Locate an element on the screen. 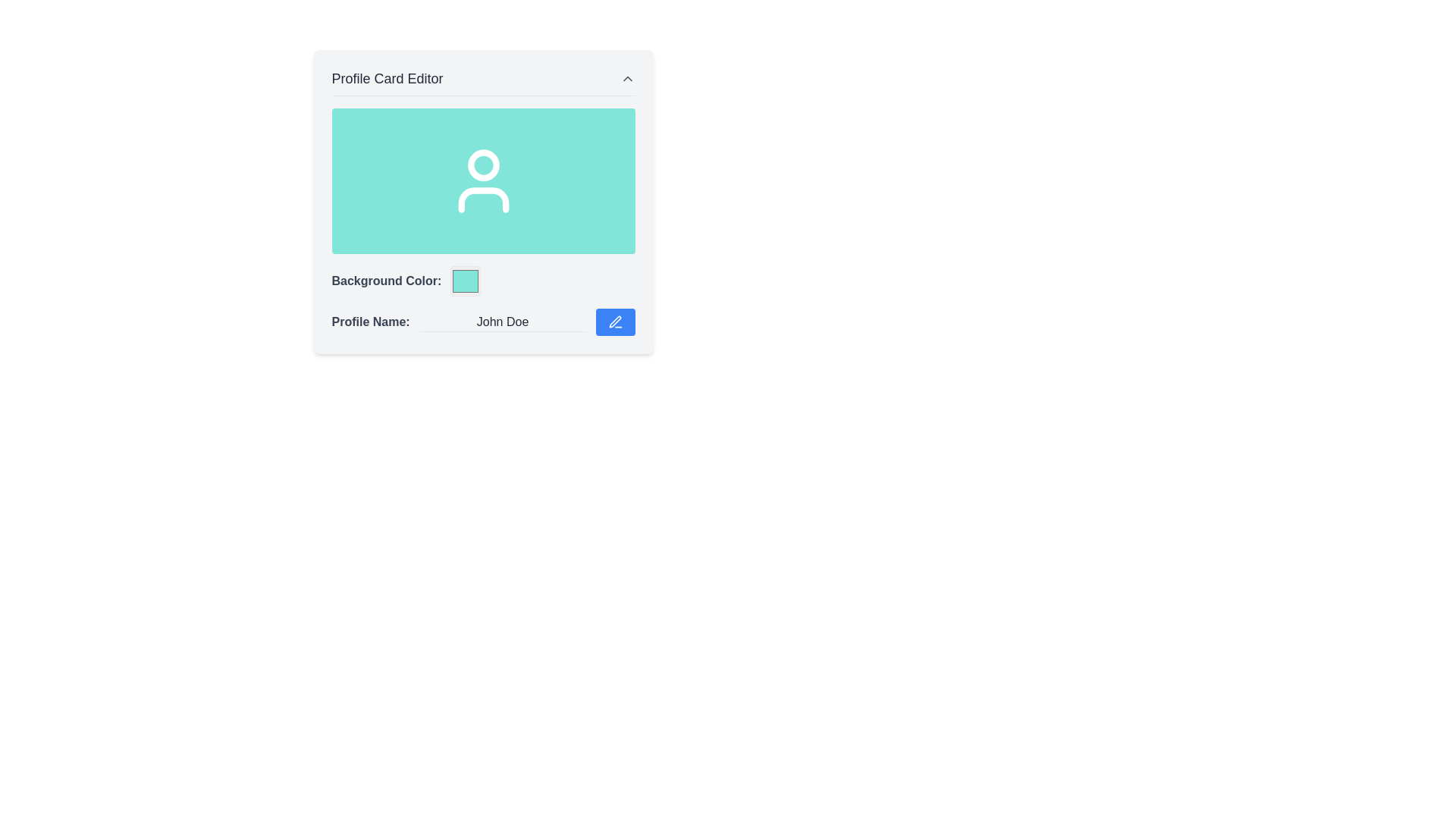 The image size is (1456, 819). the 'Profile Card Editor' text label, which is prominently displayed in a large, bold dark gray font at the top-left of the section is located at coordinates (388, 79).